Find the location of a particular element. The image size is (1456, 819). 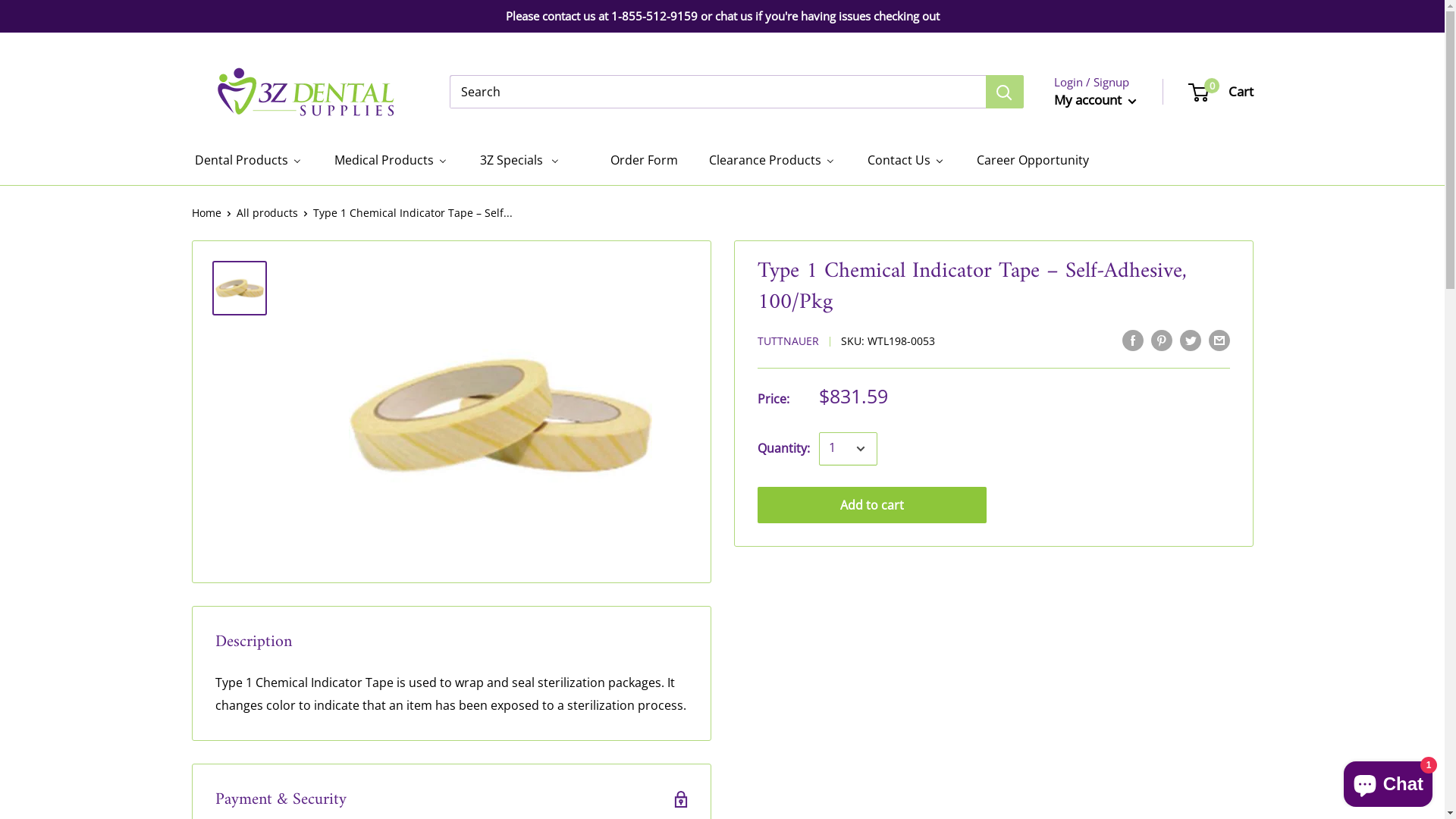

'Dental Products' is located at coordinates (247, 160).